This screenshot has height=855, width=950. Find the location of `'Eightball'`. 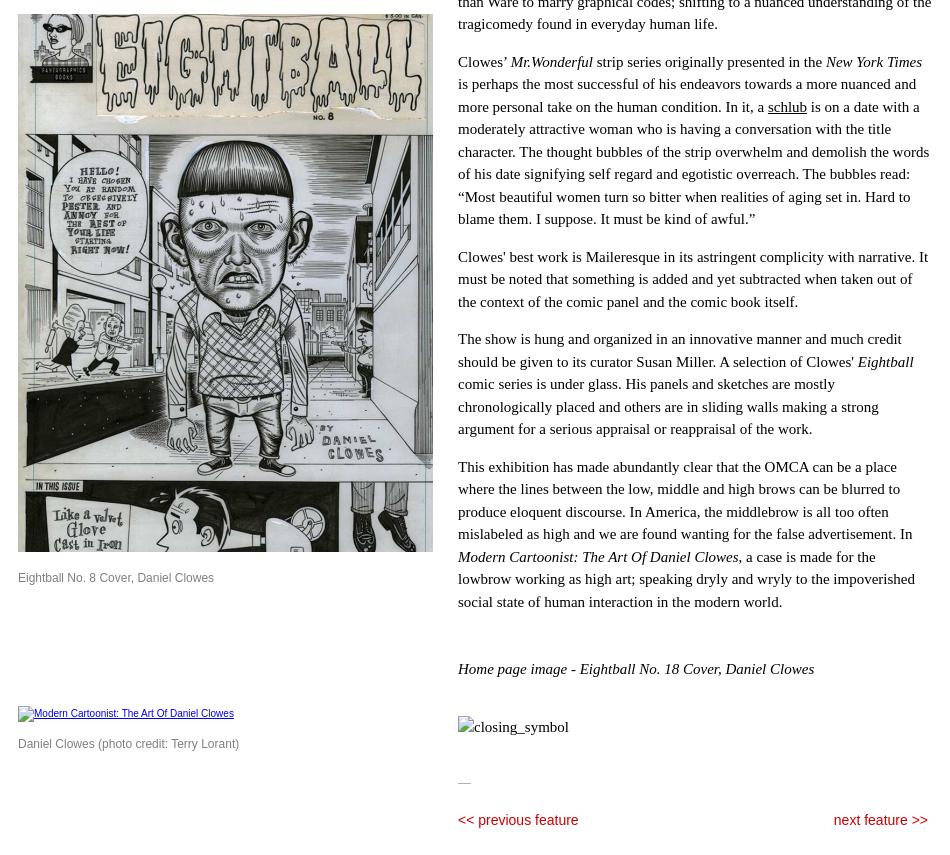

'Eightball' is located at coordinates (884, 360).